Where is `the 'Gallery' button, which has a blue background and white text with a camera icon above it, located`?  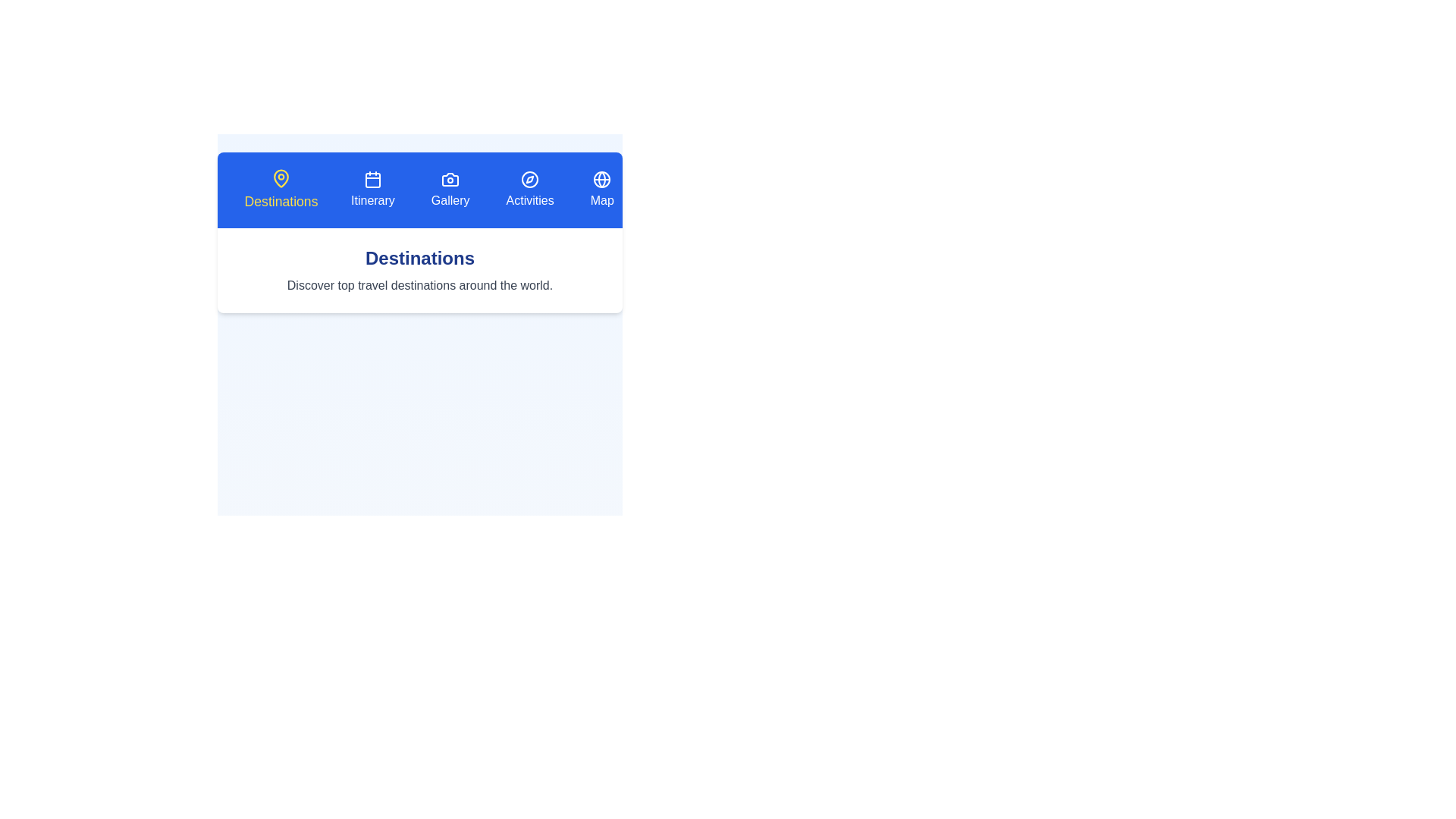
the 'Gallery' button, which has a blue background and white text with a camera icon above it, located is located at coordinates (450, 189).